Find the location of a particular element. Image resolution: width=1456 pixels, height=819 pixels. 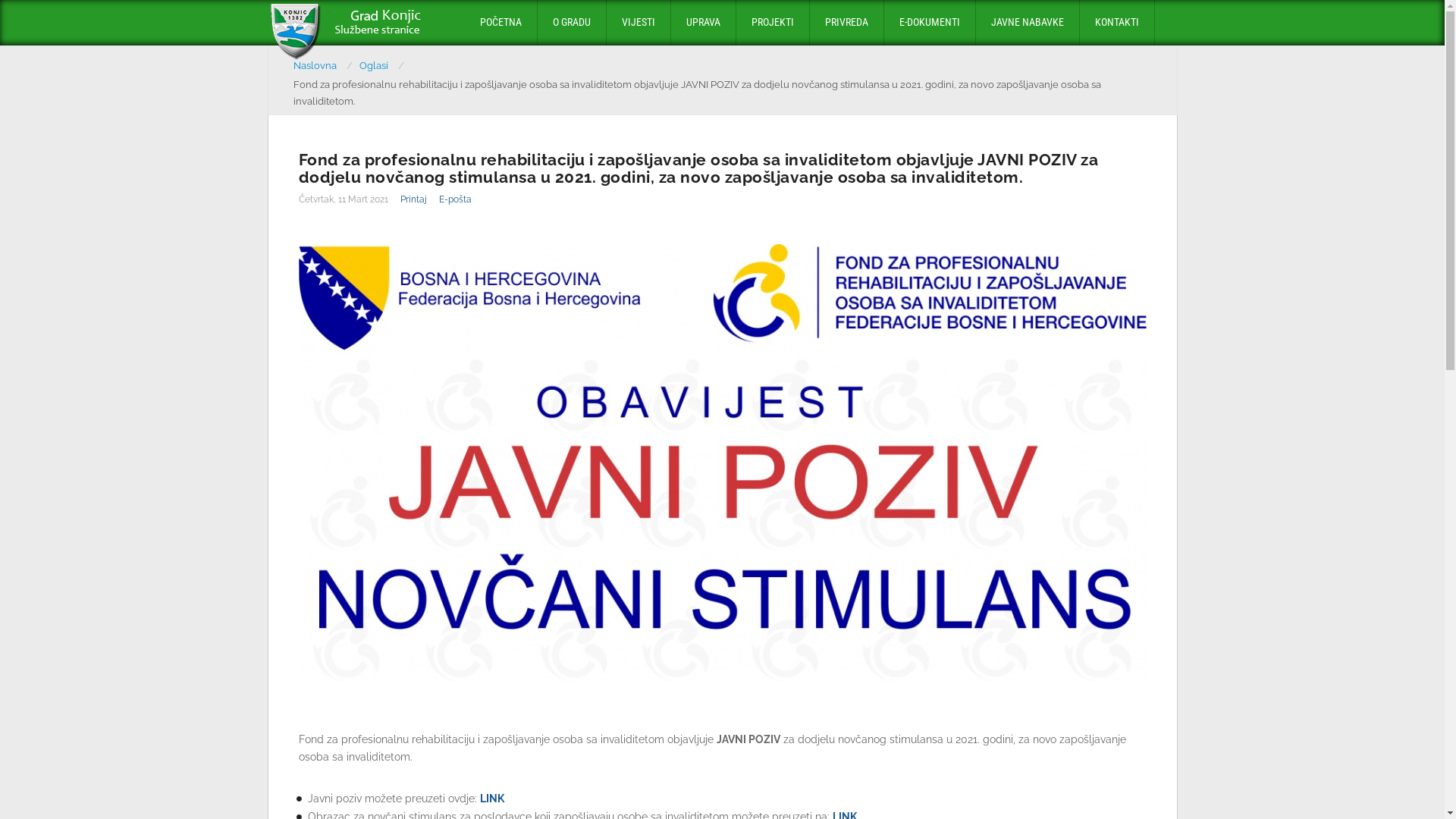

'Oglasi' is located at coordinates (359, 65).